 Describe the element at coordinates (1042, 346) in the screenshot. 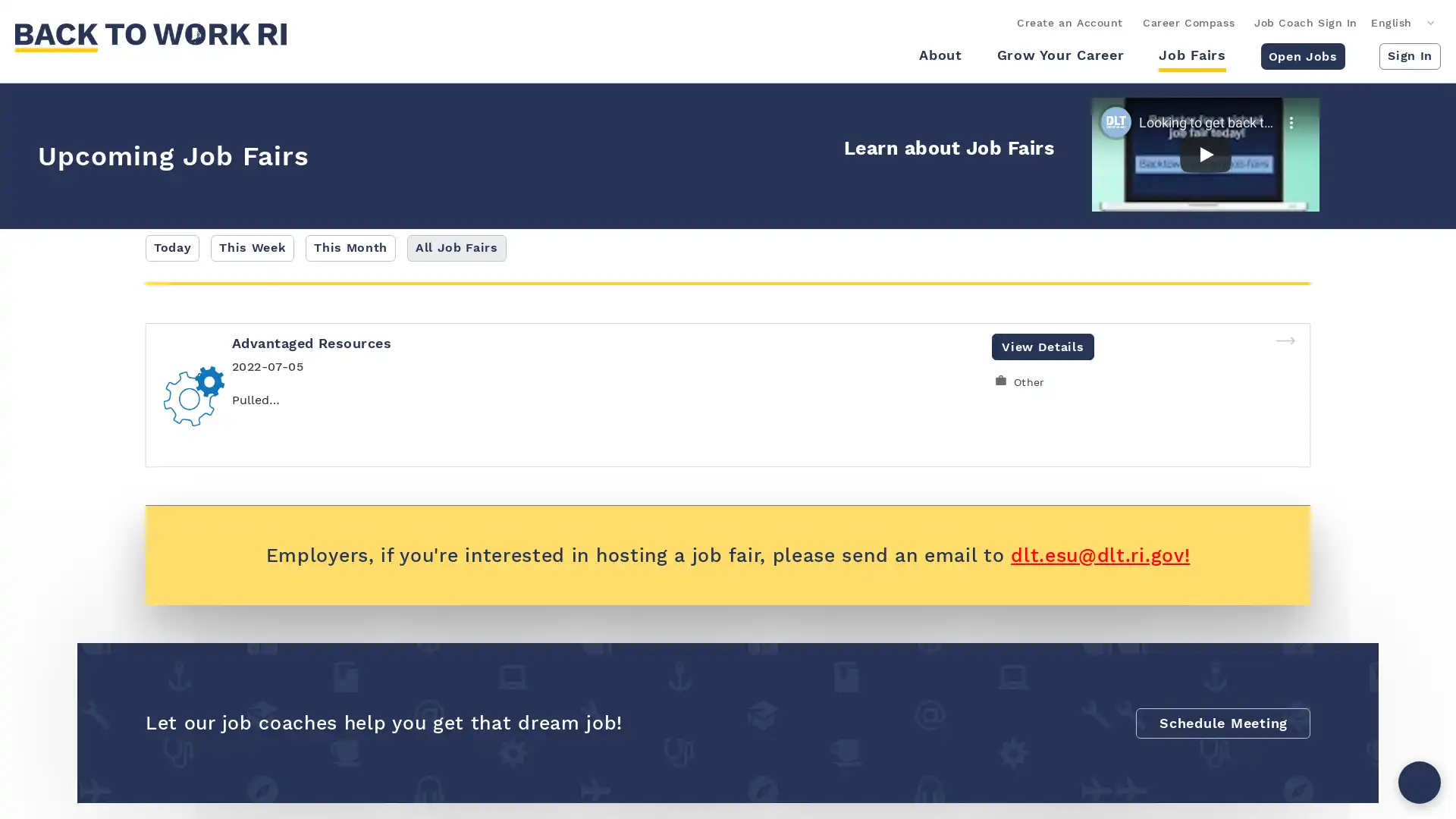

I see `View Details` at that location.